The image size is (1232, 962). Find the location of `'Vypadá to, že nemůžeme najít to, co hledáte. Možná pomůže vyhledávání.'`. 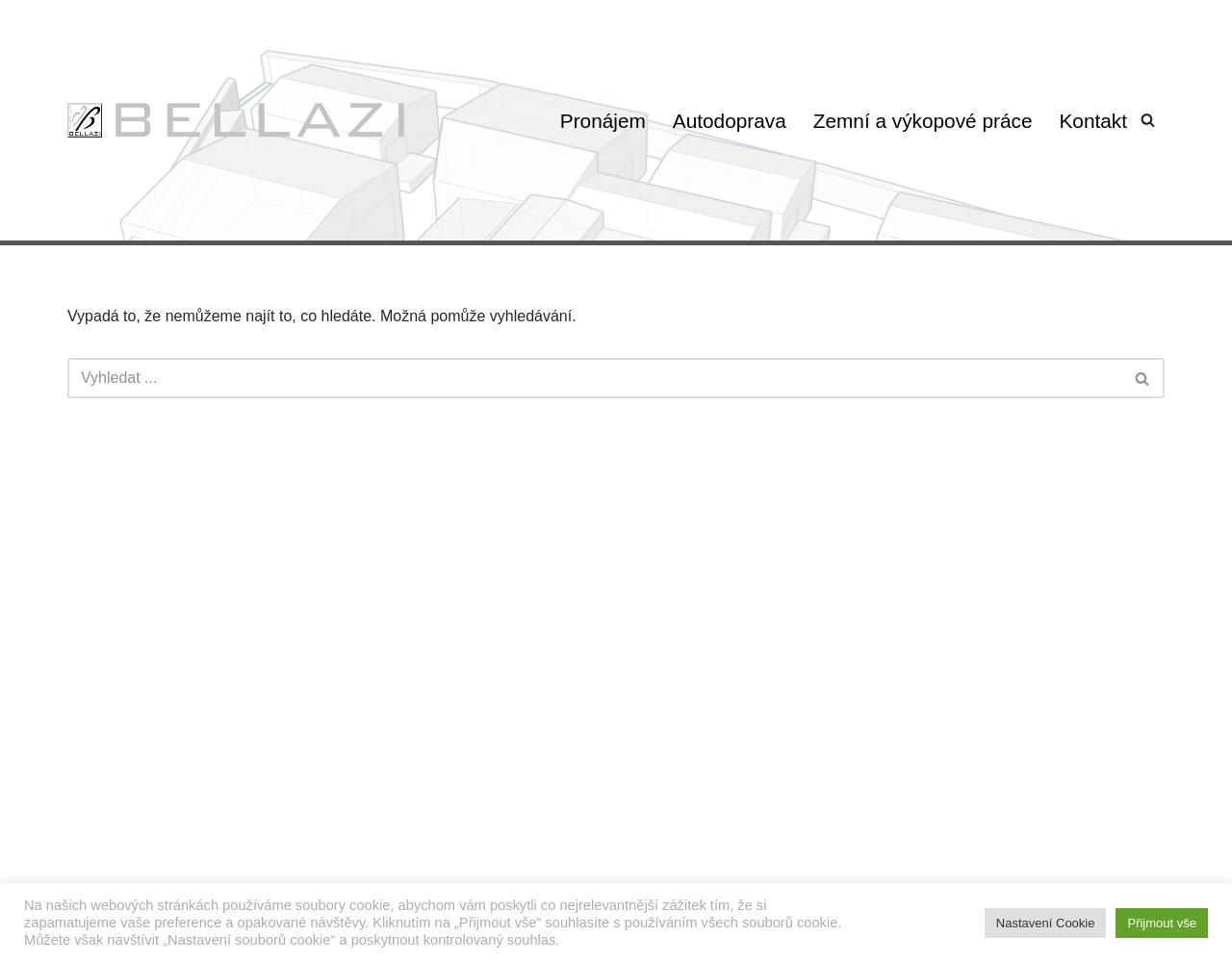

'Vypadá to, že nemůžeme najít to, co hledáte. Možná pomůže vyhledávání.' is located at coordinates (321, 315).